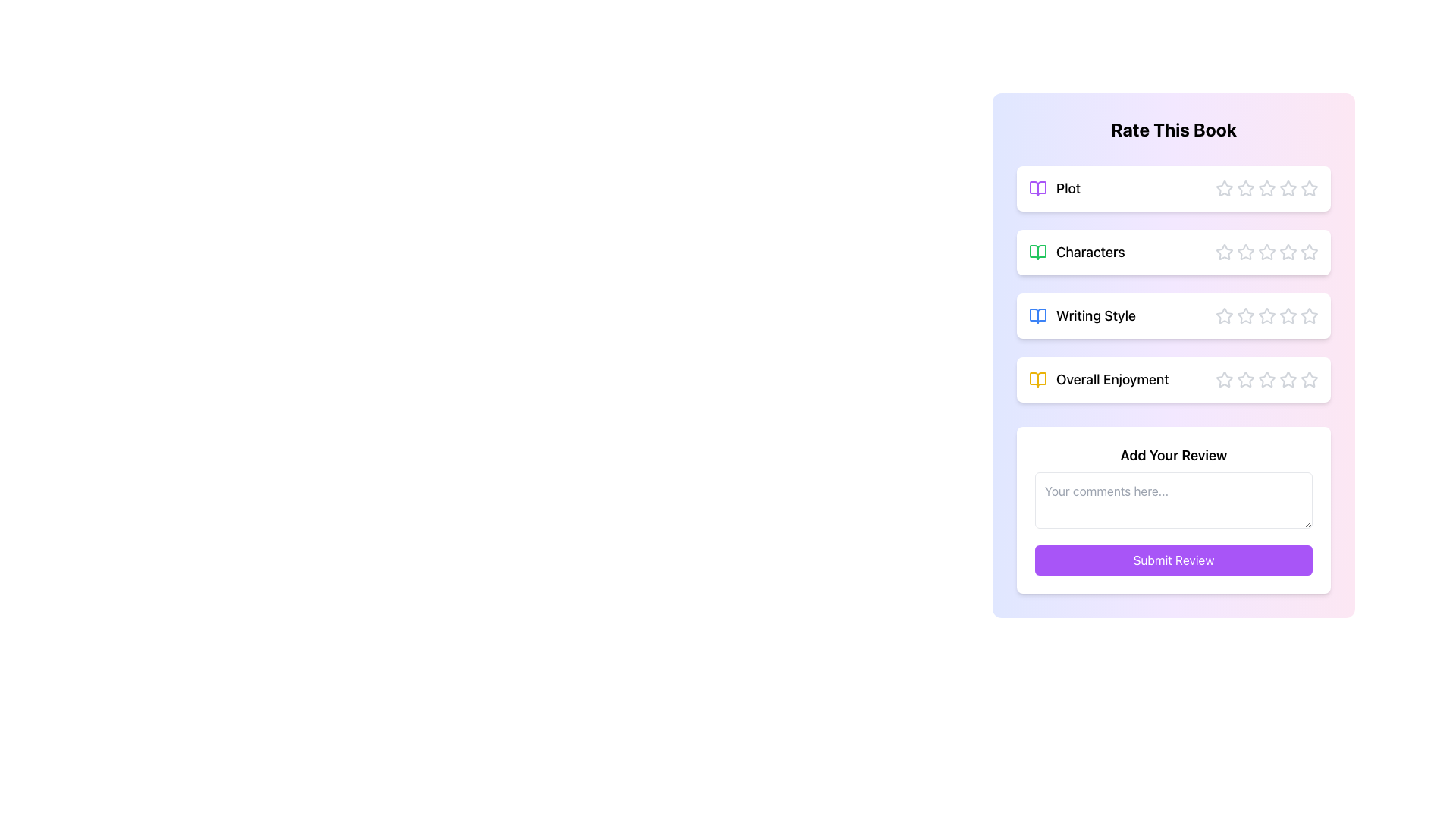  I want to click on the fifth star in the Characters rating section, so click(1309, 251).